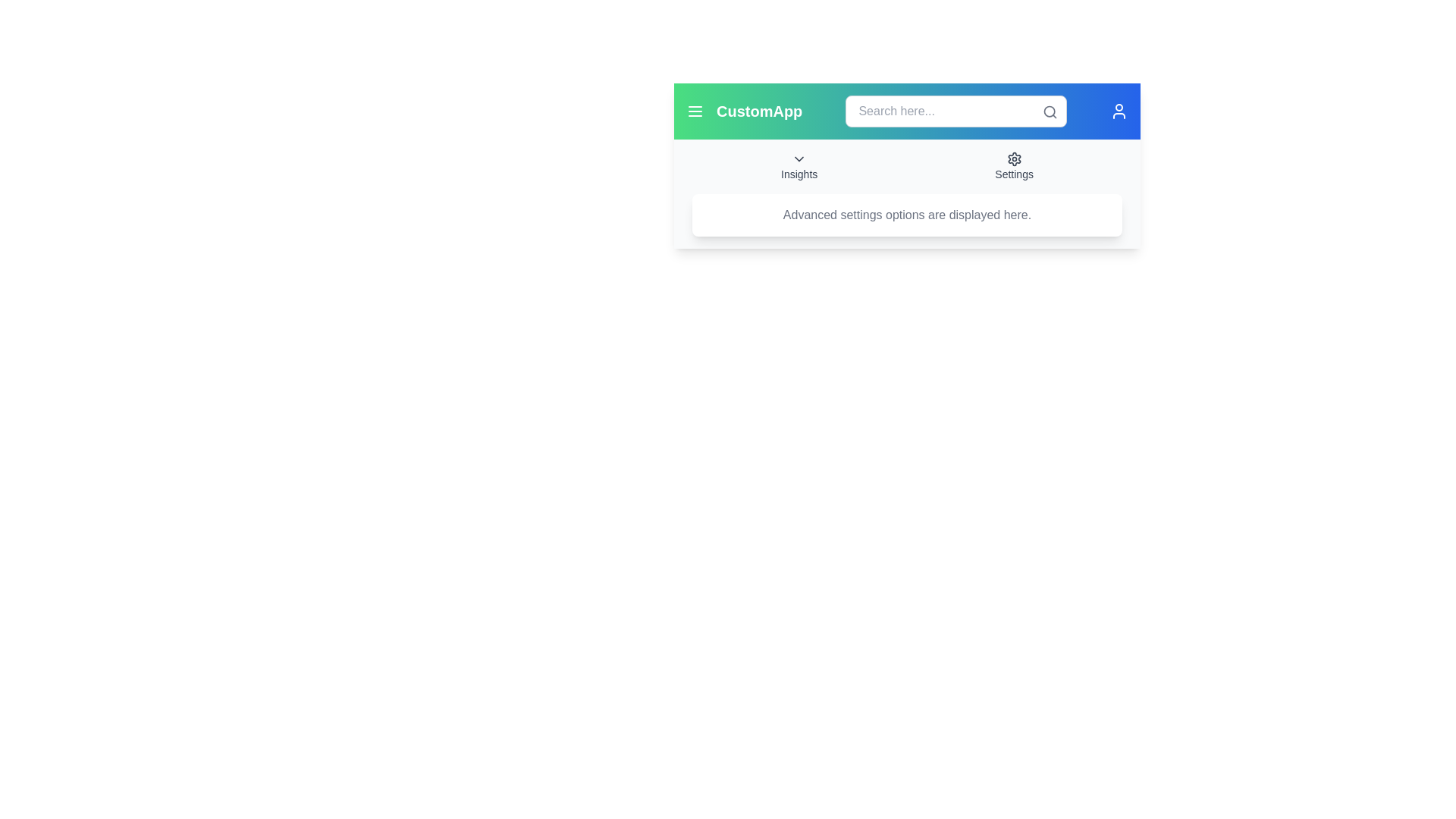 The image size is (1456, 819). I want to click on the 'Insights' text label, which is a gray text label positioned in the center of the application header, below a downward-pointing chevron icon and aligned with other header text, so click(799, 174).